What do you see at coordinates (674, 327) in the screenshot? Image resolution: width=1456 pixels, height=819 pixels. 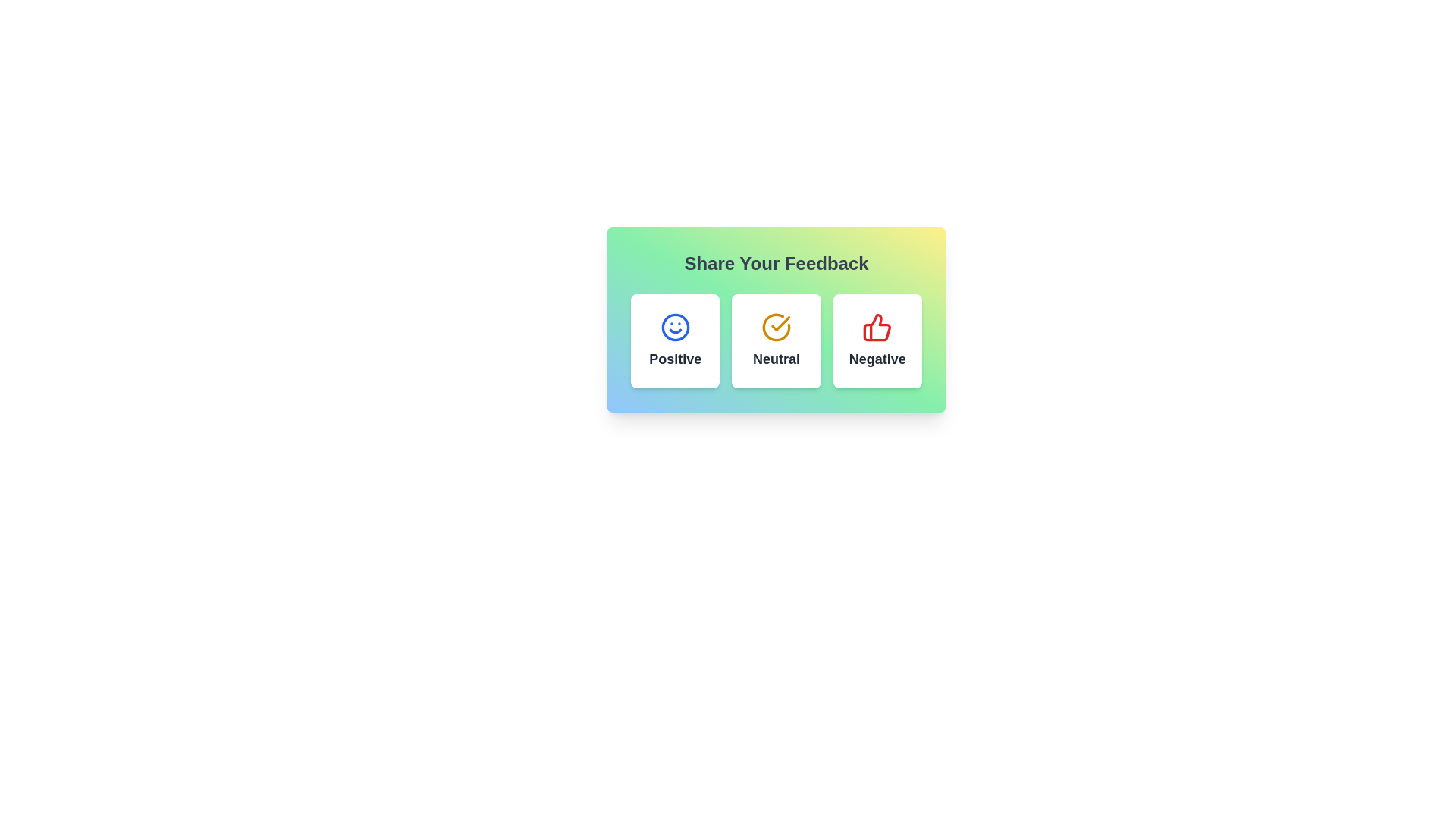 I see `the stylized smiley face icon outlined in blue, located centrally within the 'Positive' feedback option` at bounding box center [674, 327].